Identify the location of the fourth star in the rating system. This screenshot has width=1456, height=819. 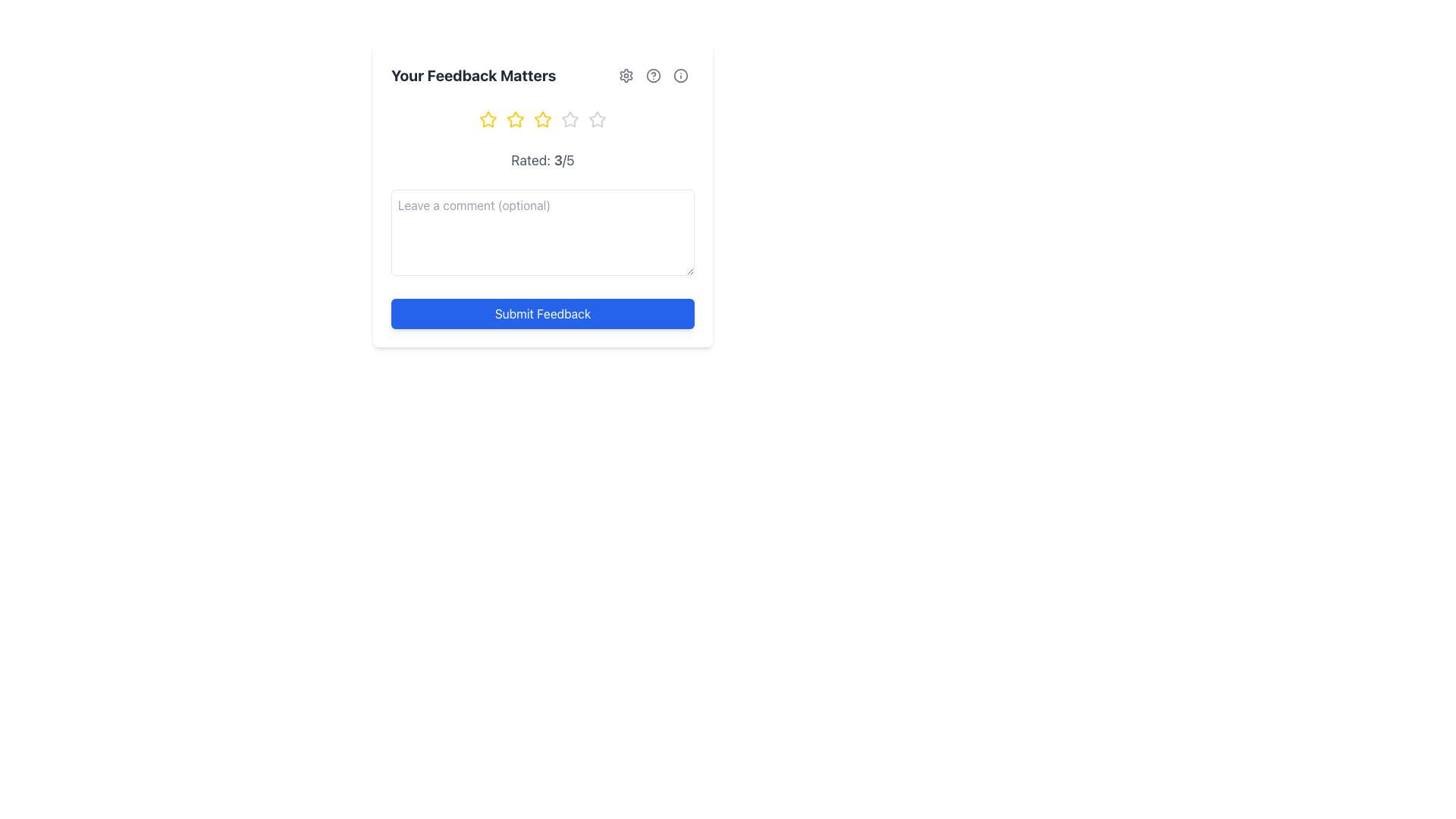
(596, 118).